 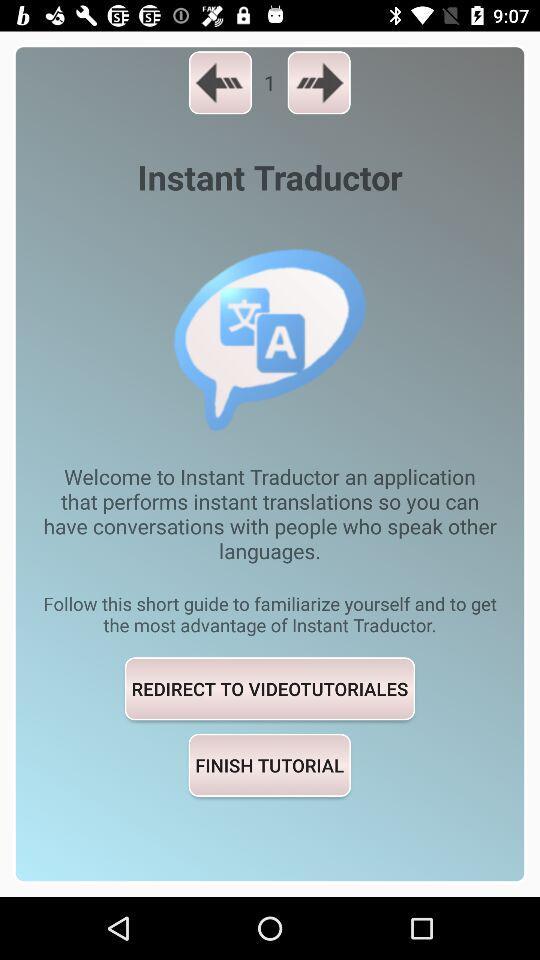 I want to click on finish tutorial icon, so click(x=269, y=764).